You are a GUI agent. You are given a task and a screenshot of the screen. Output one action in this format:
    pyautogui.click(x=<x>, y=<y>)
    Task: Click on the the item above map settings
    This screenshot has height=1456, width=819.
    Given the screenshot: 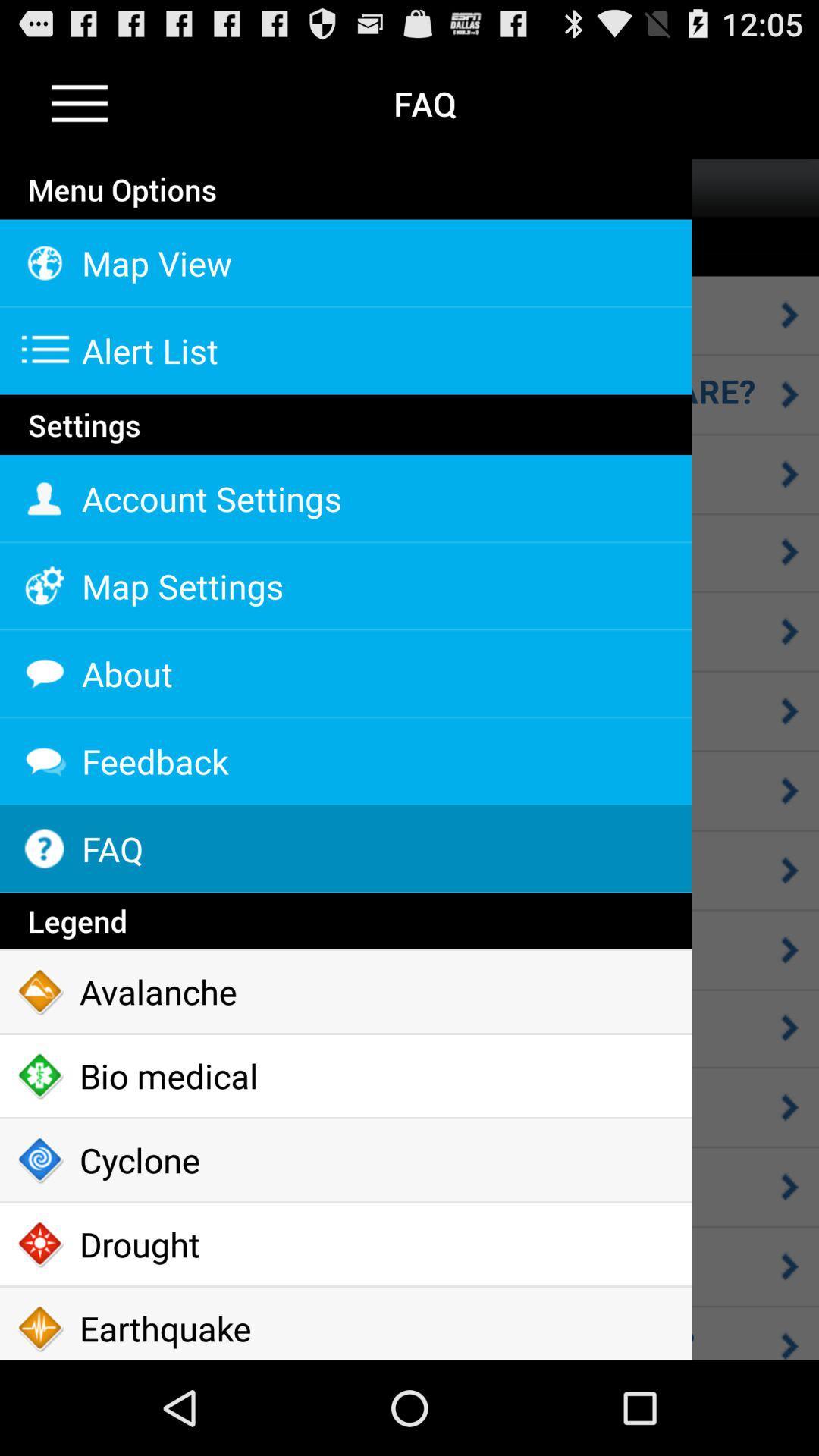 What is the action you would take?
    pyautogui.click(x=345, y=498)
    